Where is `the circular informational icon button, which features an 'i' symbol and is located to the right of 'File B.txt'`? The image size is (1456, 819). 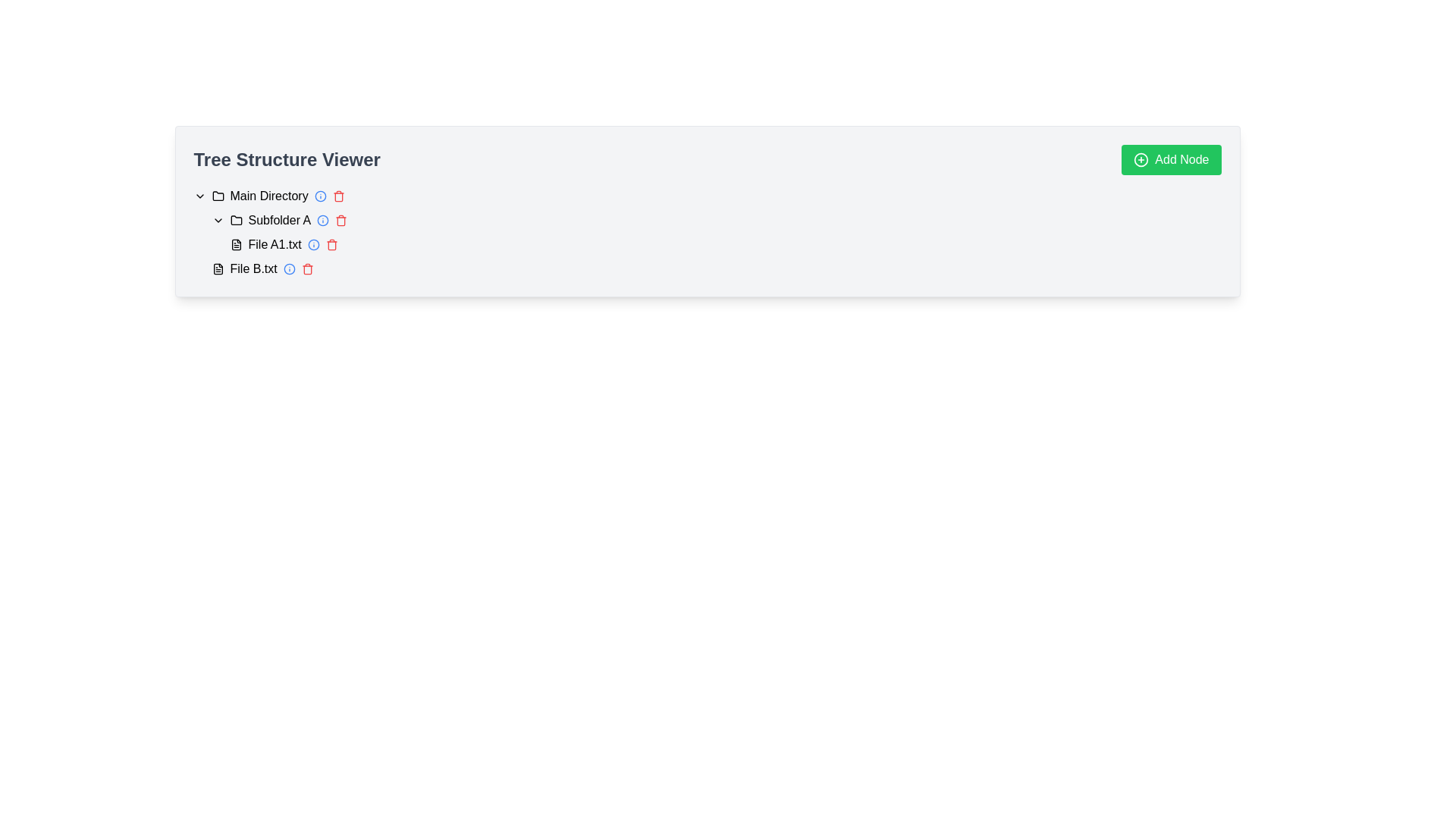 the circular informational icon button, which features an 'i' symbol and is located to the right of 'File B.txt' is located at coordinates (289, 268).